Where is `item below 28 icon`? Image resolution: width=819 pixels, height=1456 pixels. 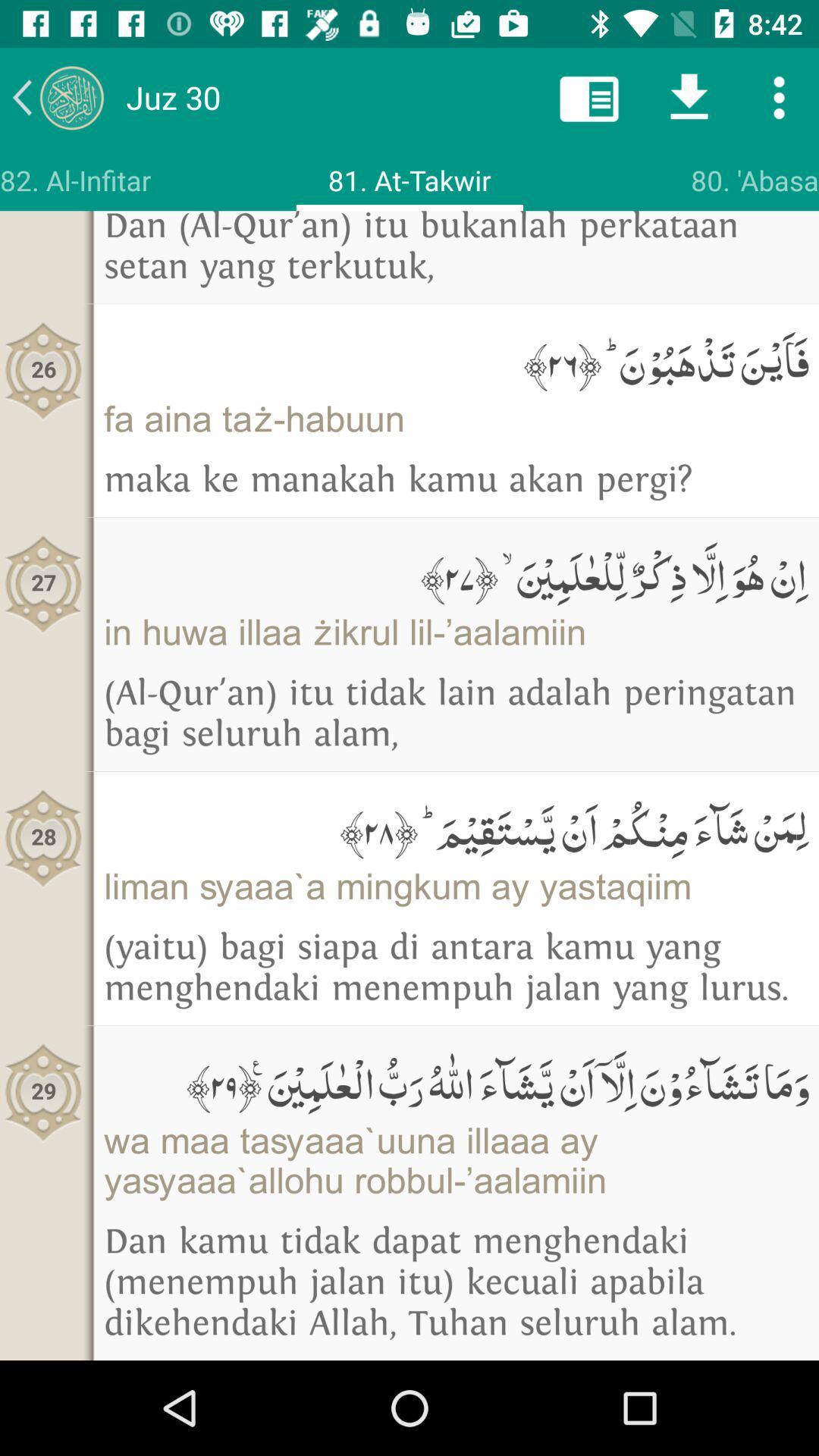
item below 28 icon is located at coordinates (42, 1092).